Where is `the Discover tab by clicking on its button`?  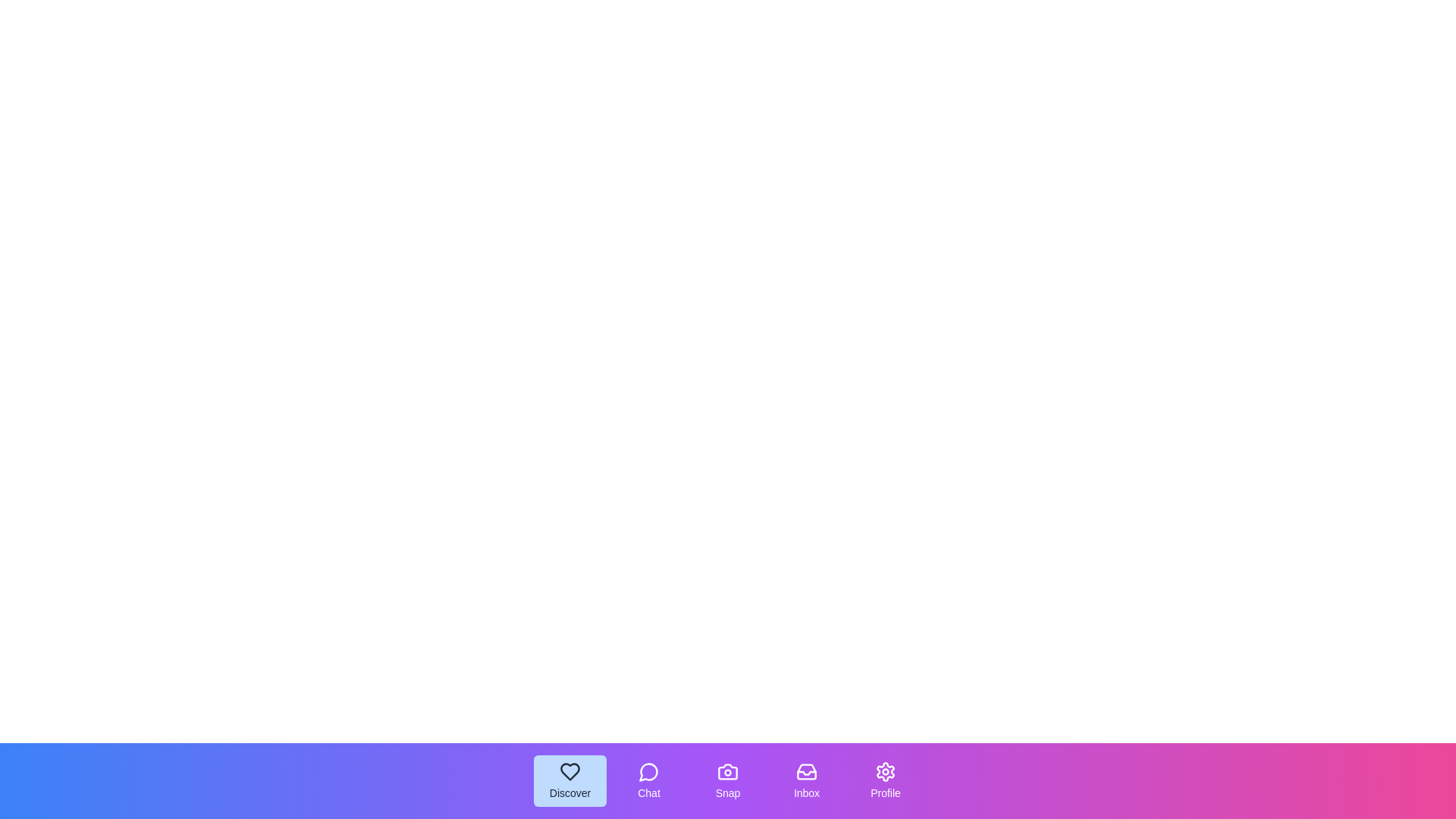 the Discover tab by clicking on its button is located at coordinates (570, 780).